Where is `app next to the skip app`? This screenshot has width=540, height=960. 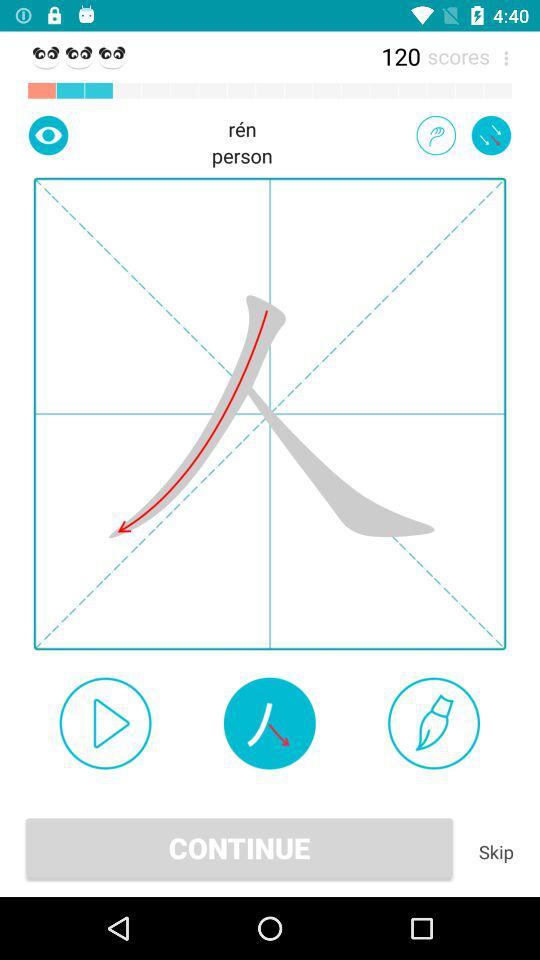
app next to the skip app is located at coordinates (239, 846).